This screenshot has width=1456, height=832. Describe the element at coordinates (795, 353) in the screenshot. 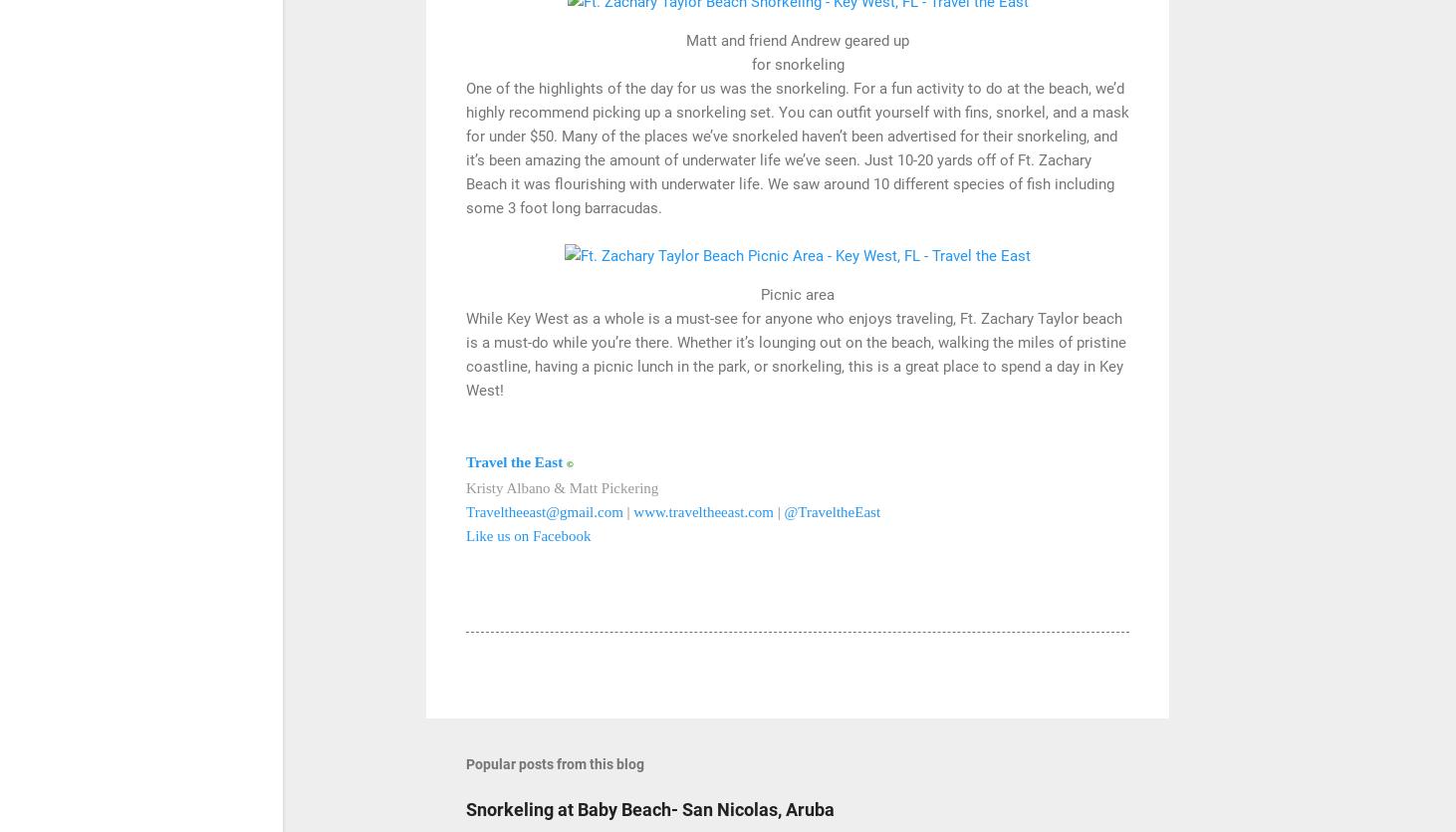

I see `'While Key West as a whole is a must-see for anyone who
enjoys traveling, Ft. Zachary Taylor beach is a must-do while you’re there. Whether
it’s lounging out on the beach, walking the miles of pristine coastline, having
a picnic lunch in the park, or snorkeling, this is a great place to spend a day
in Key West!'` at that location.